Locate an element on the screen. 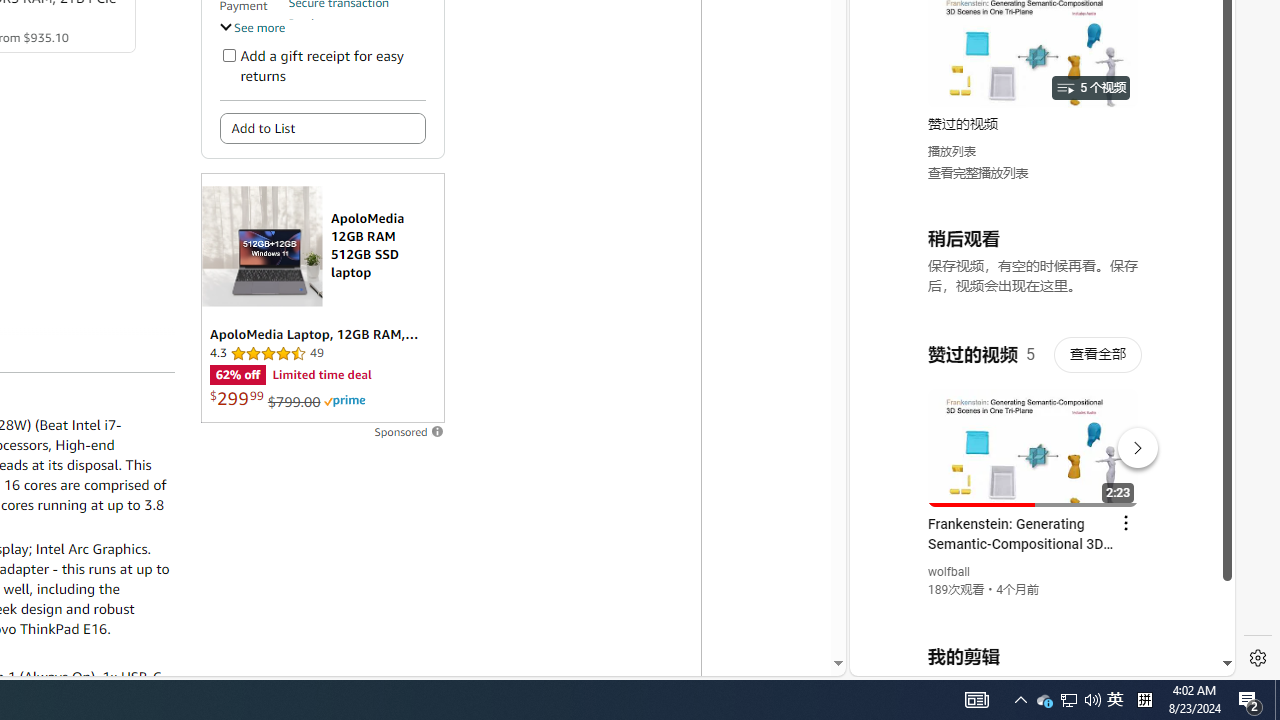 The image size is (1280, 720). 'Sponsored ad' is located at coordinates (322, 298).